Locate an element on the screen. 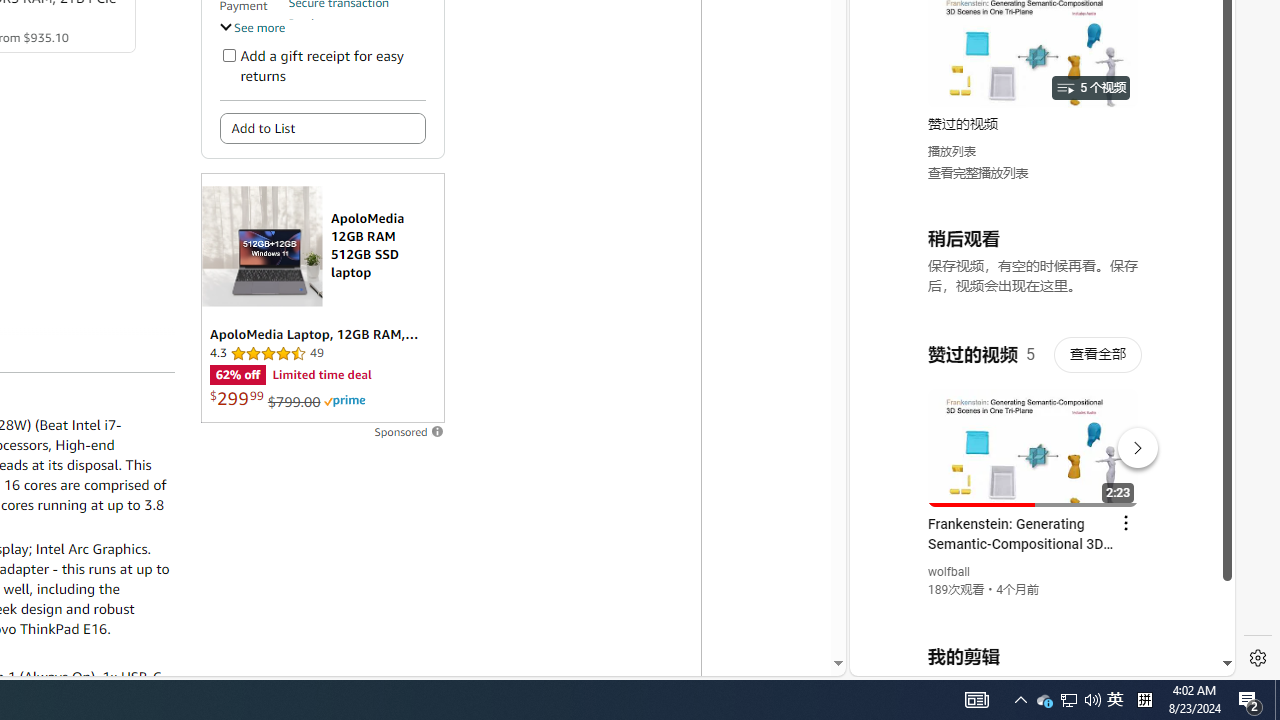 The image size is (1280, 720). 'Sponsored ad' is located at coordinates (322, 298).